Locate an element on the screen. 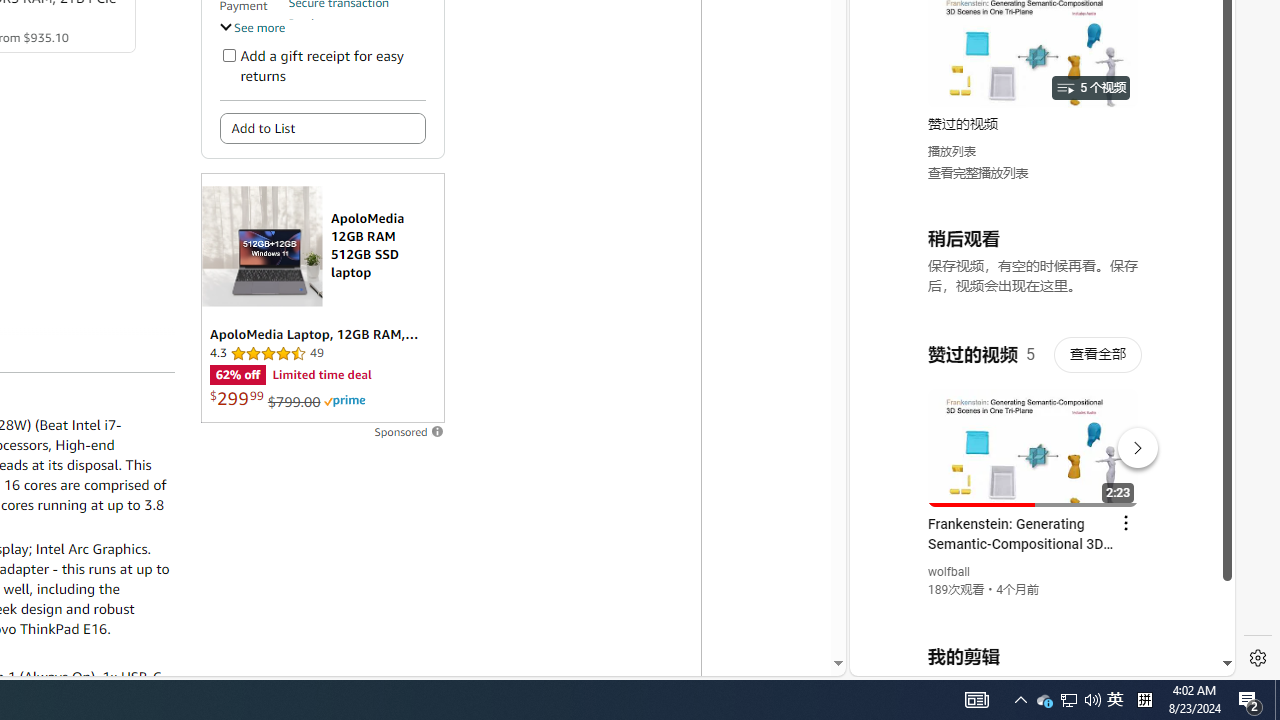 The image size is (1280, 720). 'Sponsored ad' is located at coordinates (322, 298).